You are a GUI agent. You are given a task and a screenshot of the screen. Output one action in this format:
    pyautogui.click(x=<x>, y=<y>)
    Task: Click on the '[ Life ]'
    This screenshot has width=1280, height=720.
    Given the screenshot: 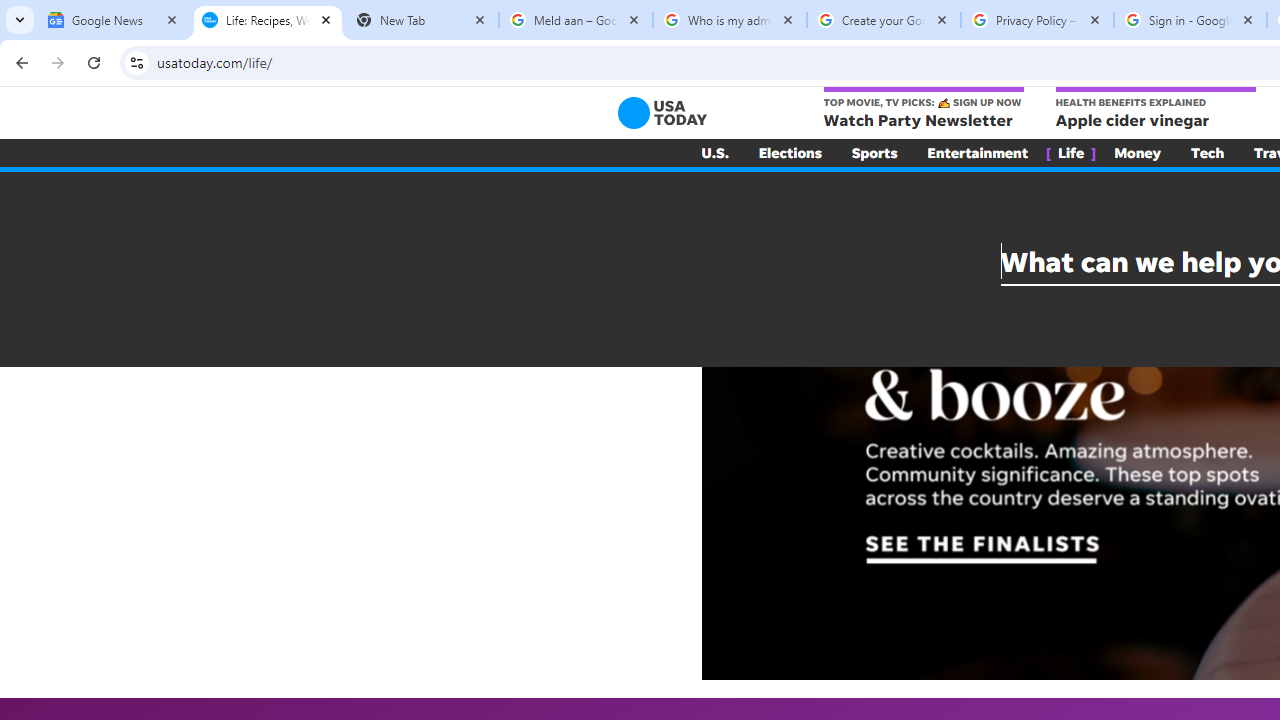 What is the action you would take?
    pyautogui.click(x=1070, y=152)
    